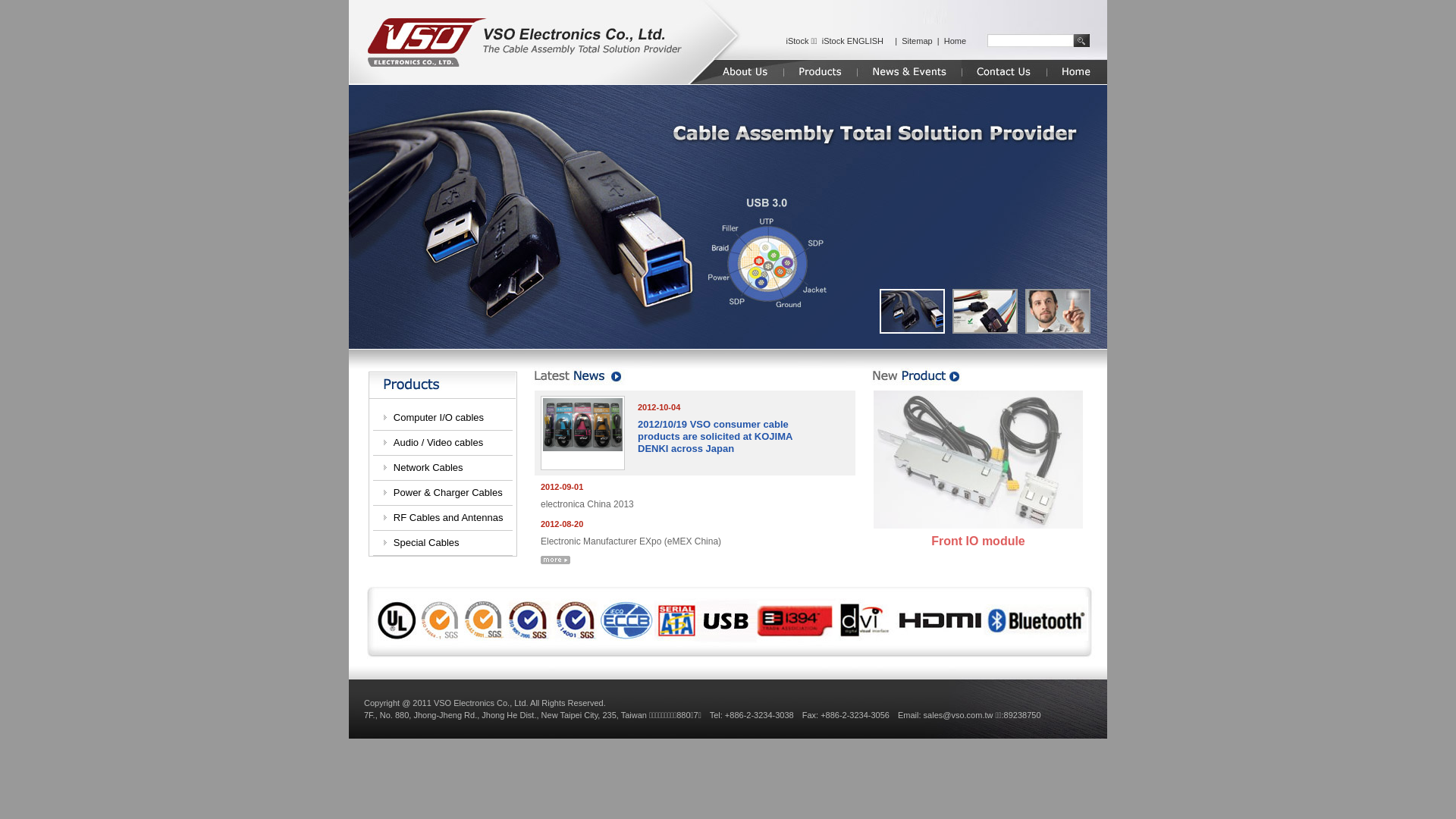 This screenshot has width=1456, height=819. What do you see at coordinates (902, 40) in the screenshot?
I see `'Sitemap'` at bounding box center [902, 40].